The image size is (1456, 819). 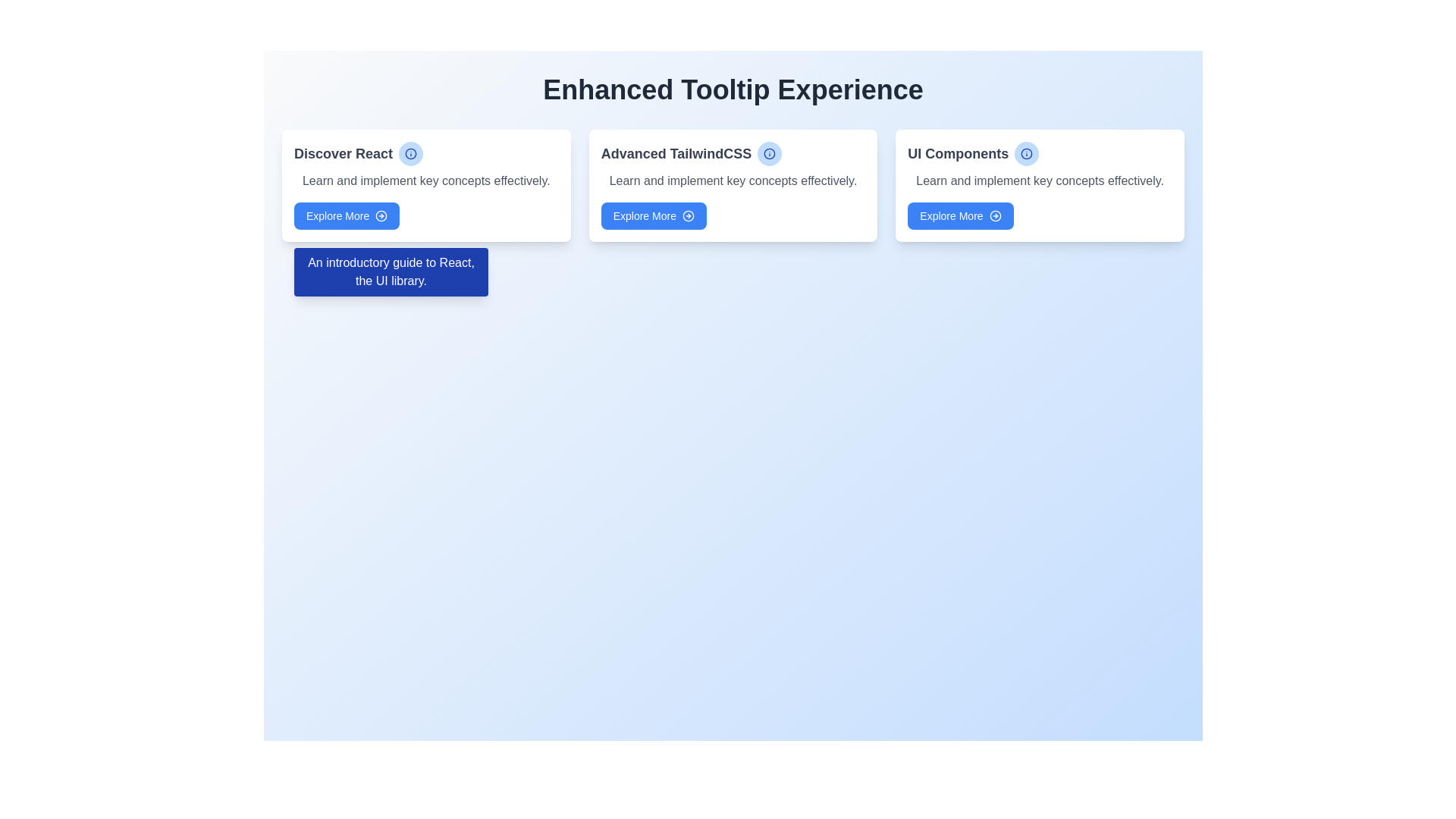 I want to click on the informational icon located to the immediate right of the card title in the 'Advanced TailwindCSS' section, so click(x=770, y=154).